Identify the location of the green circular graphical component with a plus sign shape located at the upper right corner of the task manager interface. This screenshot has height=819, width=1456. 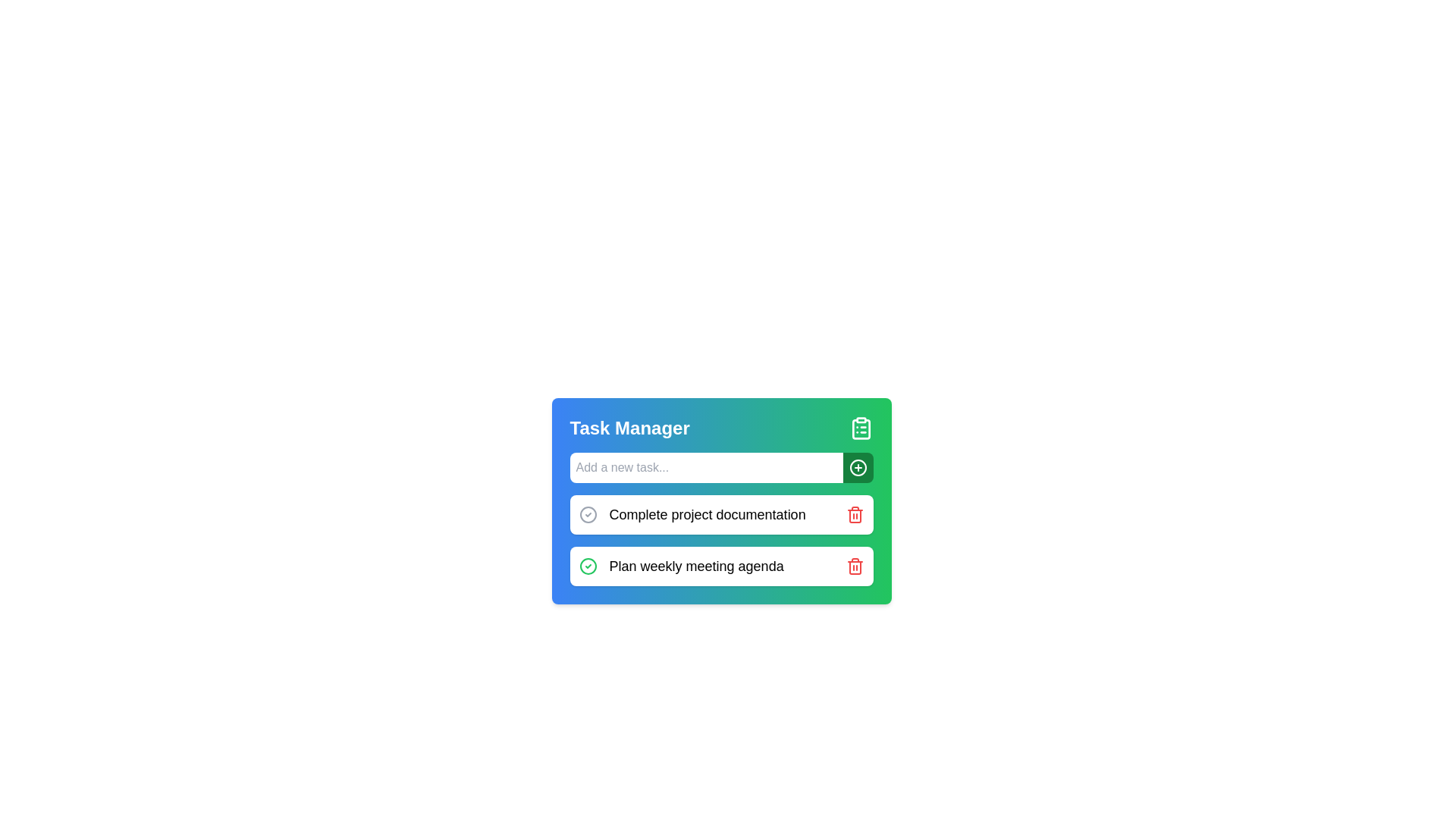
(858, 467).